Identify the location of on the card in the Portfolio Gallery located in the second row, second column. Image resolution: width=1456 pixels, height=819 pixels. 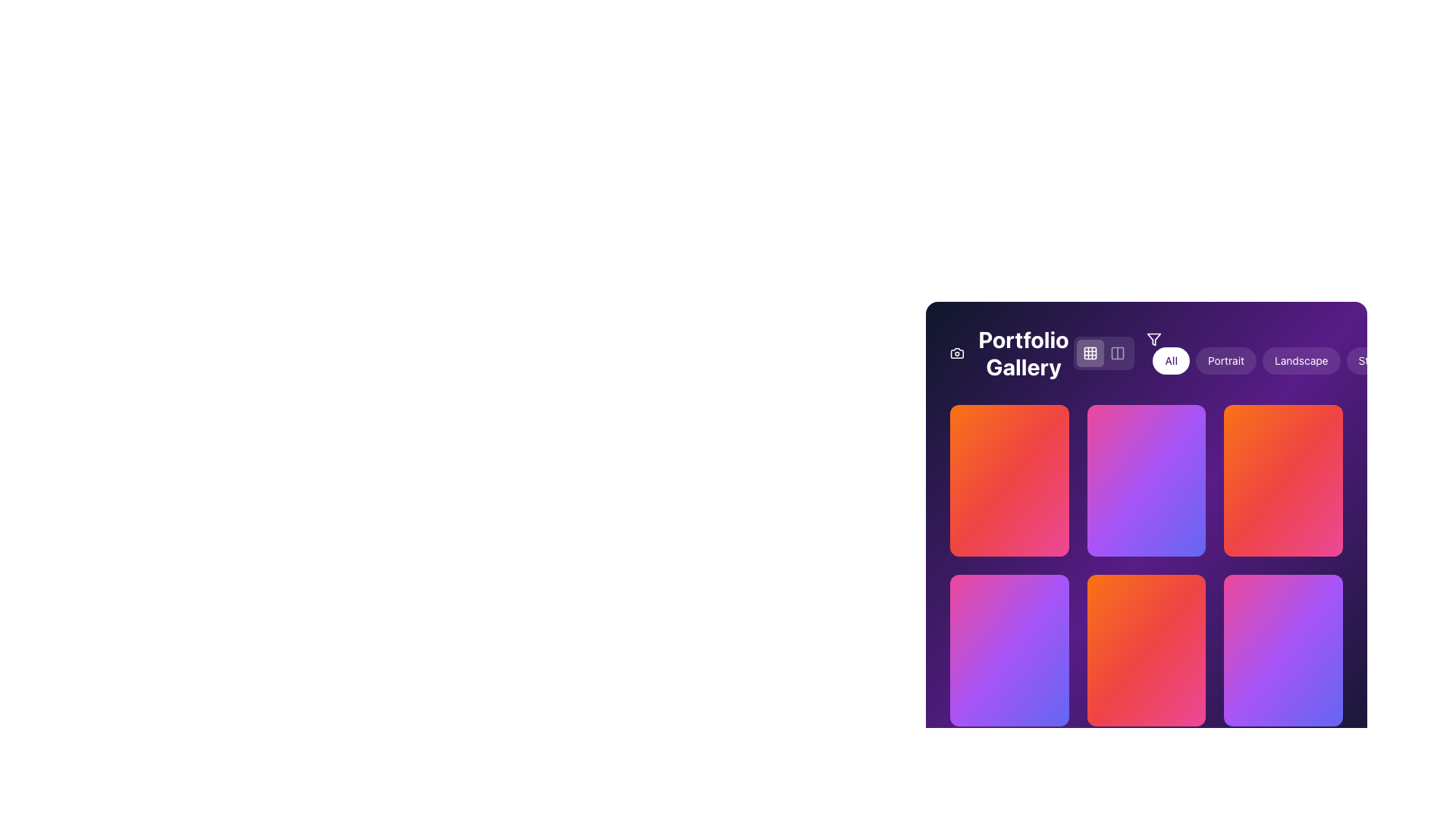
(1147, 649).